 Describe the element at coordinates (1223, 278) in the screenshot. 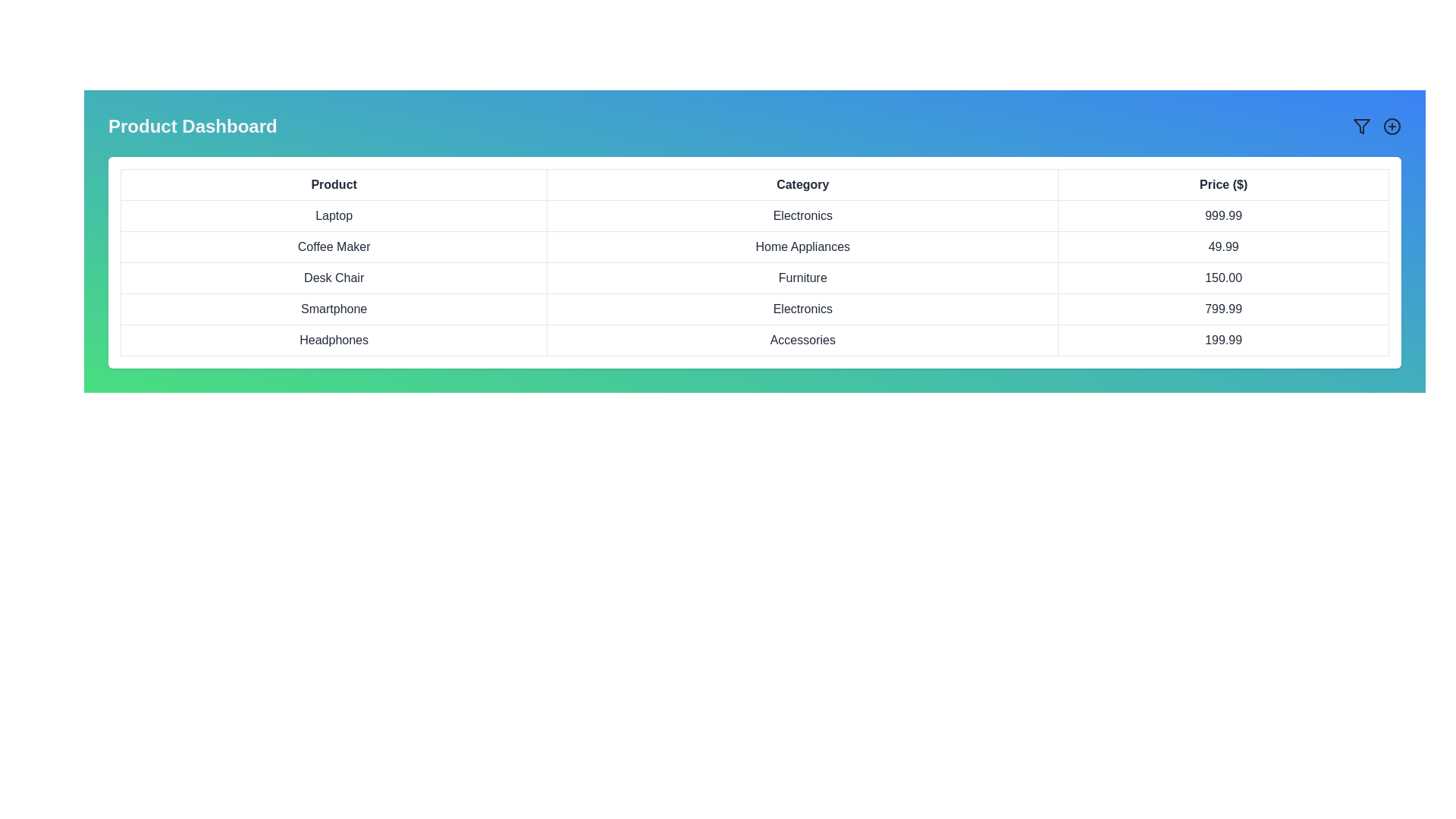

I see `the price data cell of the product 'Desk Chair' in the third row of the table, located in the last column labeled 'Price ($)'` at that location.